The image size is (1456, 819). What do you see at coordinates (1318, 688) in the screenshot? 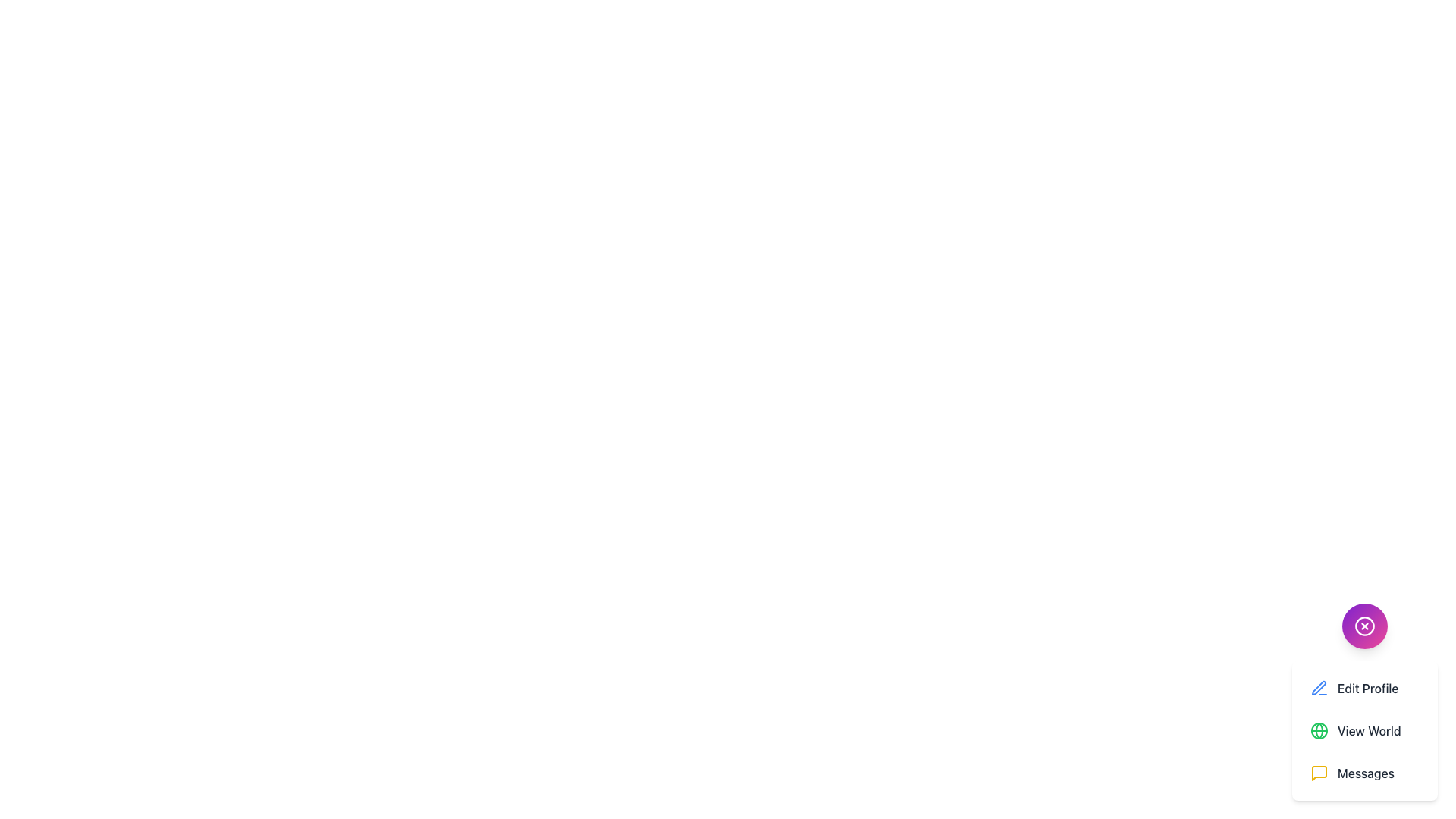
I see `the blue pen icon located to the left of the 'Edit Profile' text in the user menu` at bounding box center [1318, 688].